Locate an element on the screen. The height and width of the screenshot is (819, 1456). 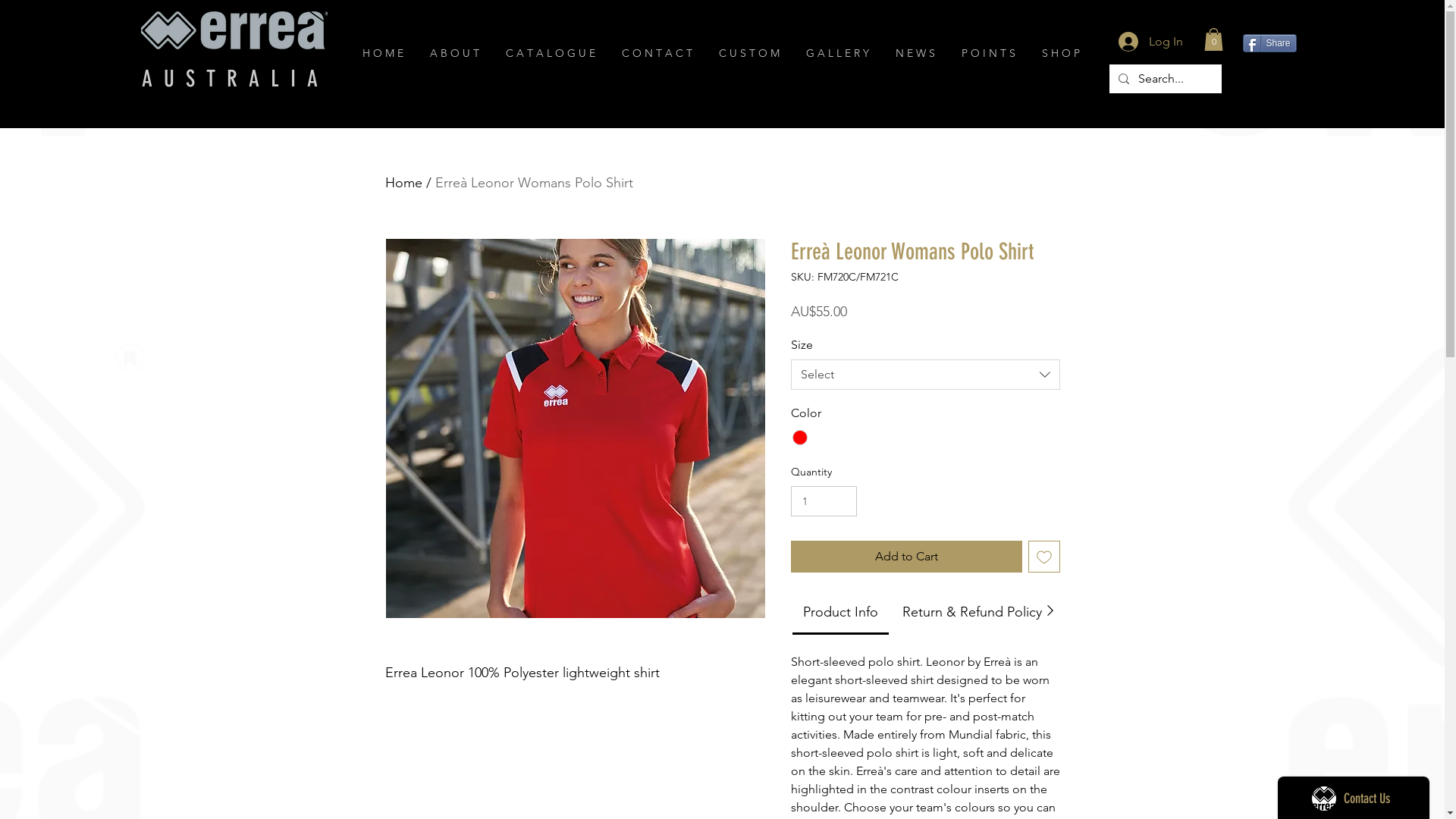
'N E W S' is located at coordinates (916, 52).